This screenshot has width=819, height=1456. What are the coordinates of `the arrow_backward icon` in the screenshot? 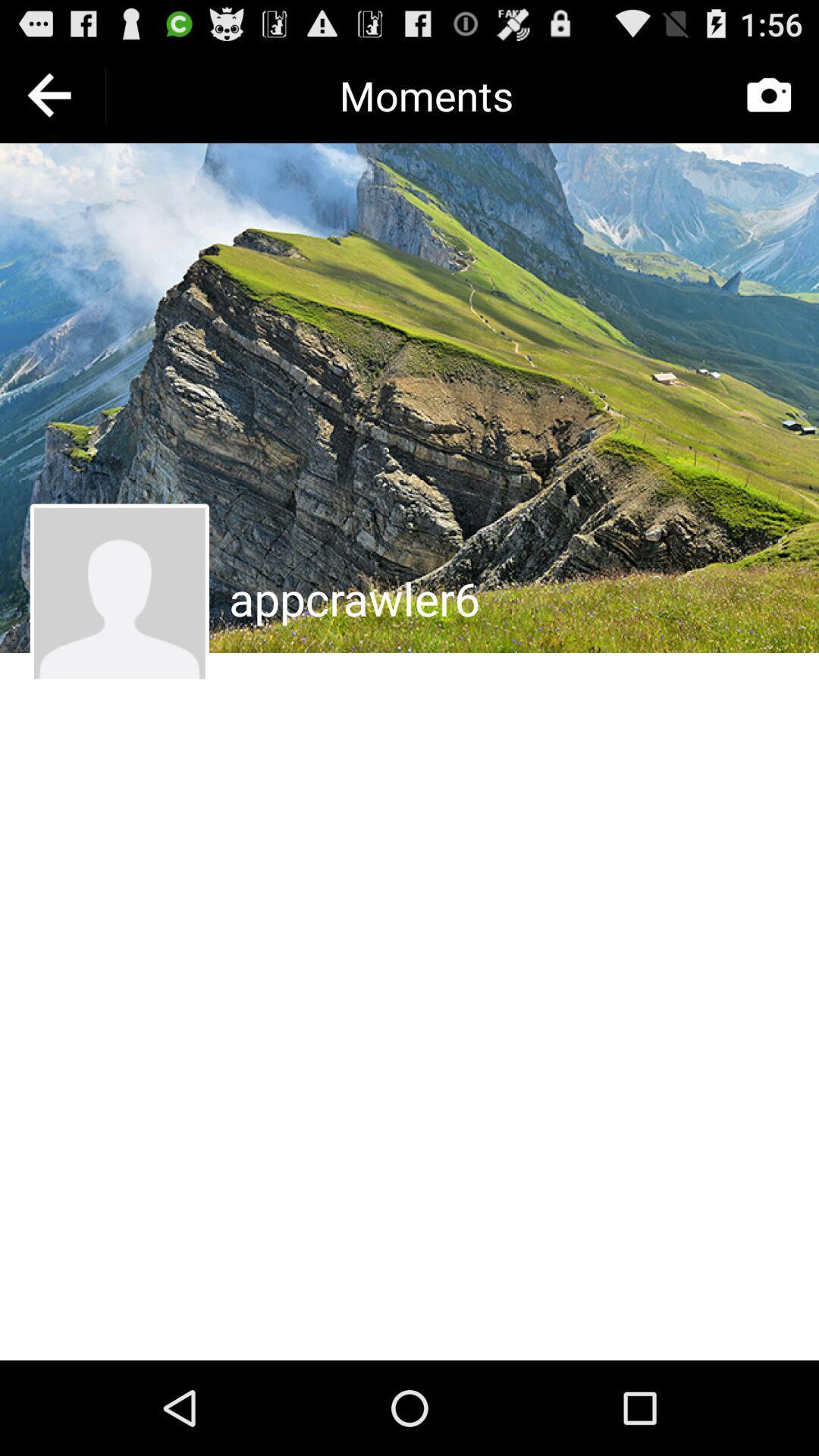 It's located at (52, 101).